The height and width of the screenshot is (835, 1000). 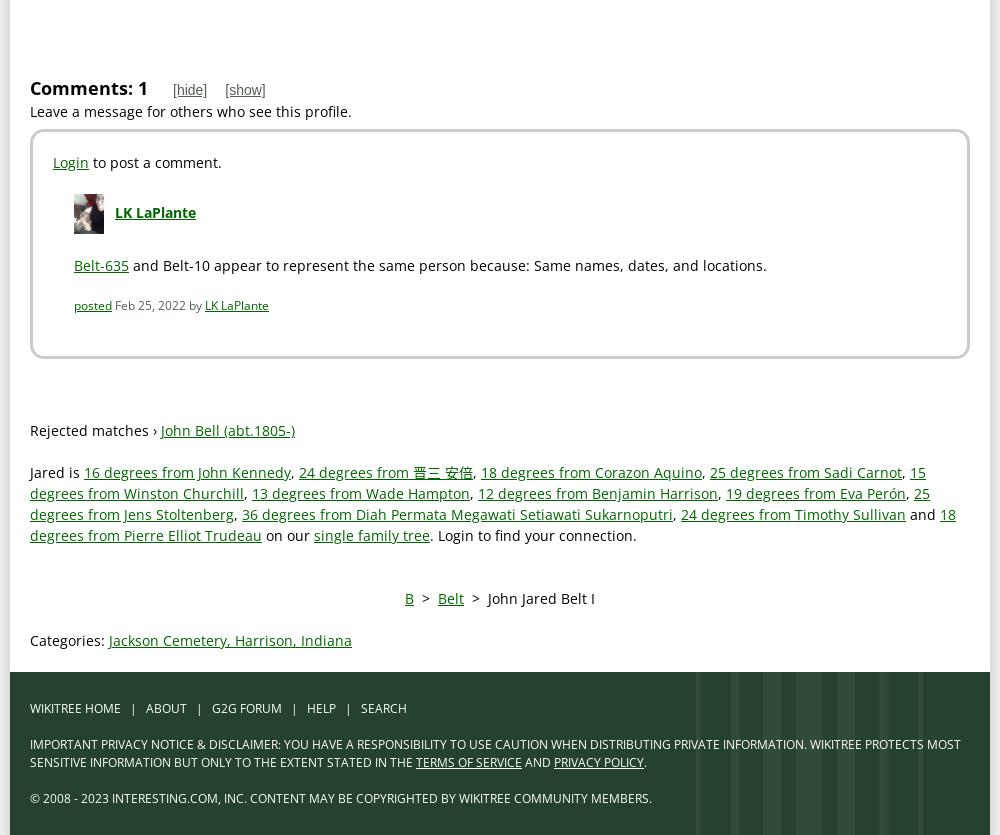 I want to click on '36 degrees from Diah Permata Megawati Setiawati Sukarnoputri', so click(x=456, y=514).